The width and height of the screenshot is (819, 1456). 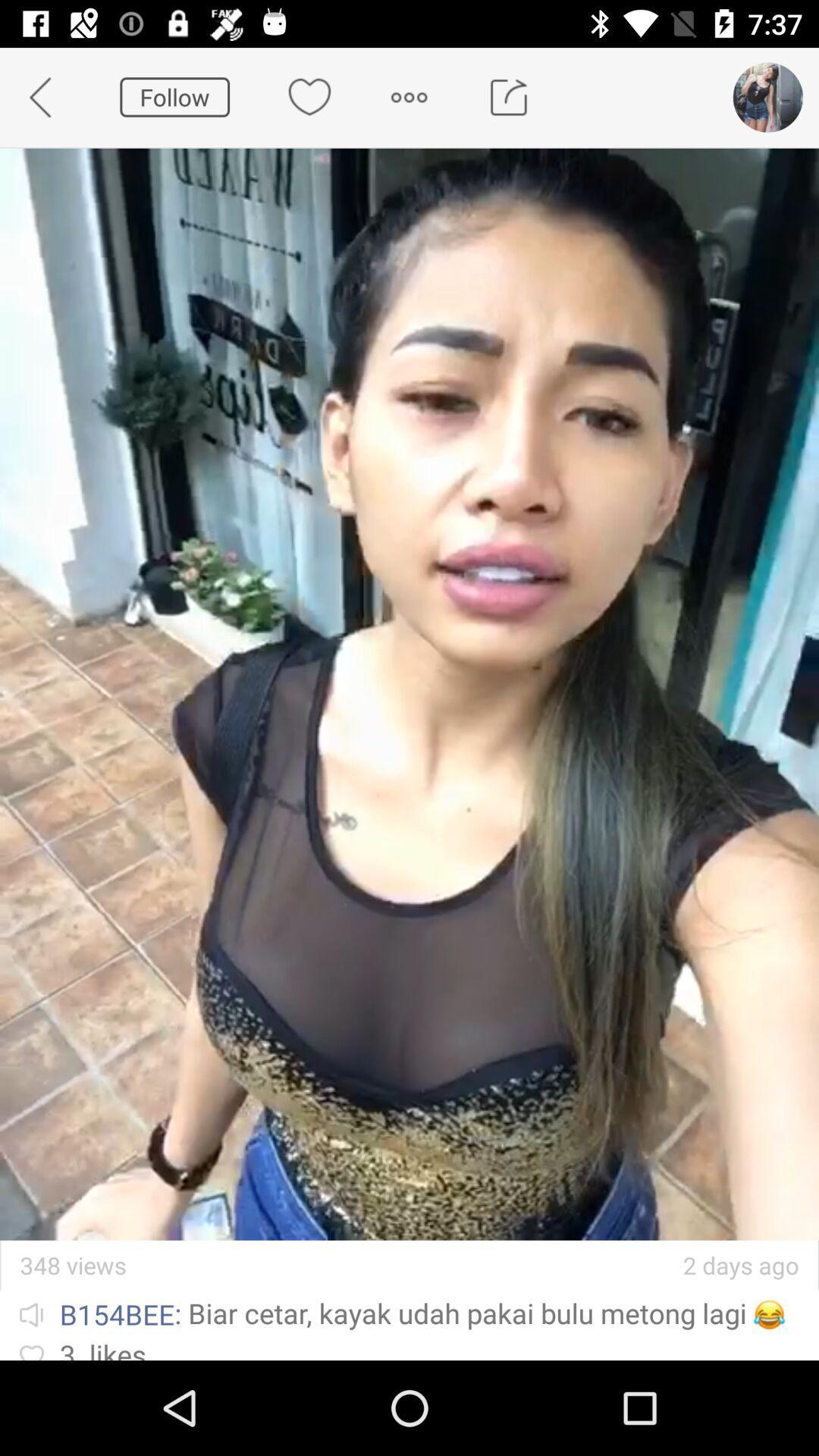 What do you see at coordinates (409, 1312) in the screenshot?
I see `ib154bee biar cetar item` at bounding box center [409, 1312].